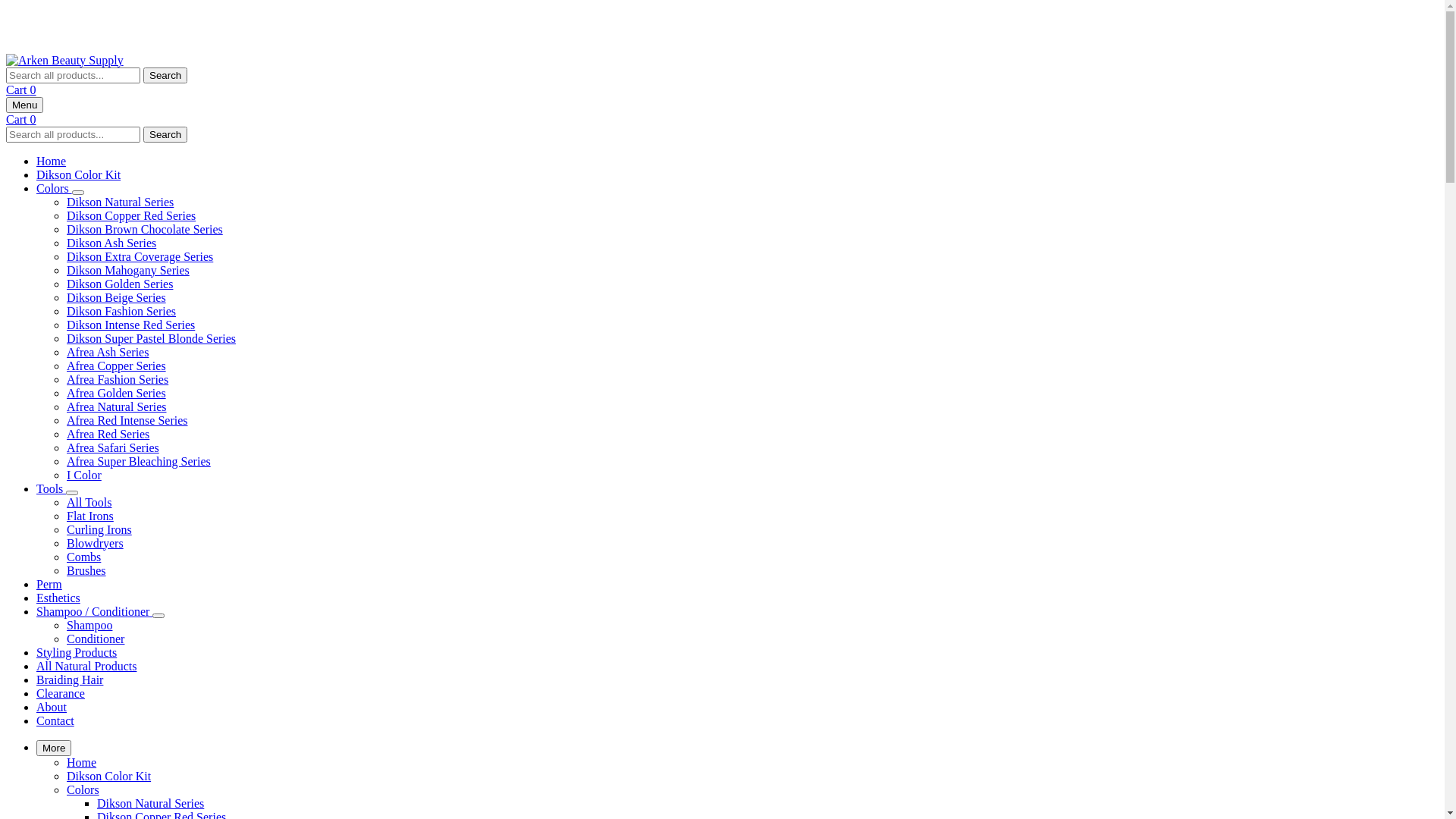  I want to click on 'Colors', so click(65, 788).